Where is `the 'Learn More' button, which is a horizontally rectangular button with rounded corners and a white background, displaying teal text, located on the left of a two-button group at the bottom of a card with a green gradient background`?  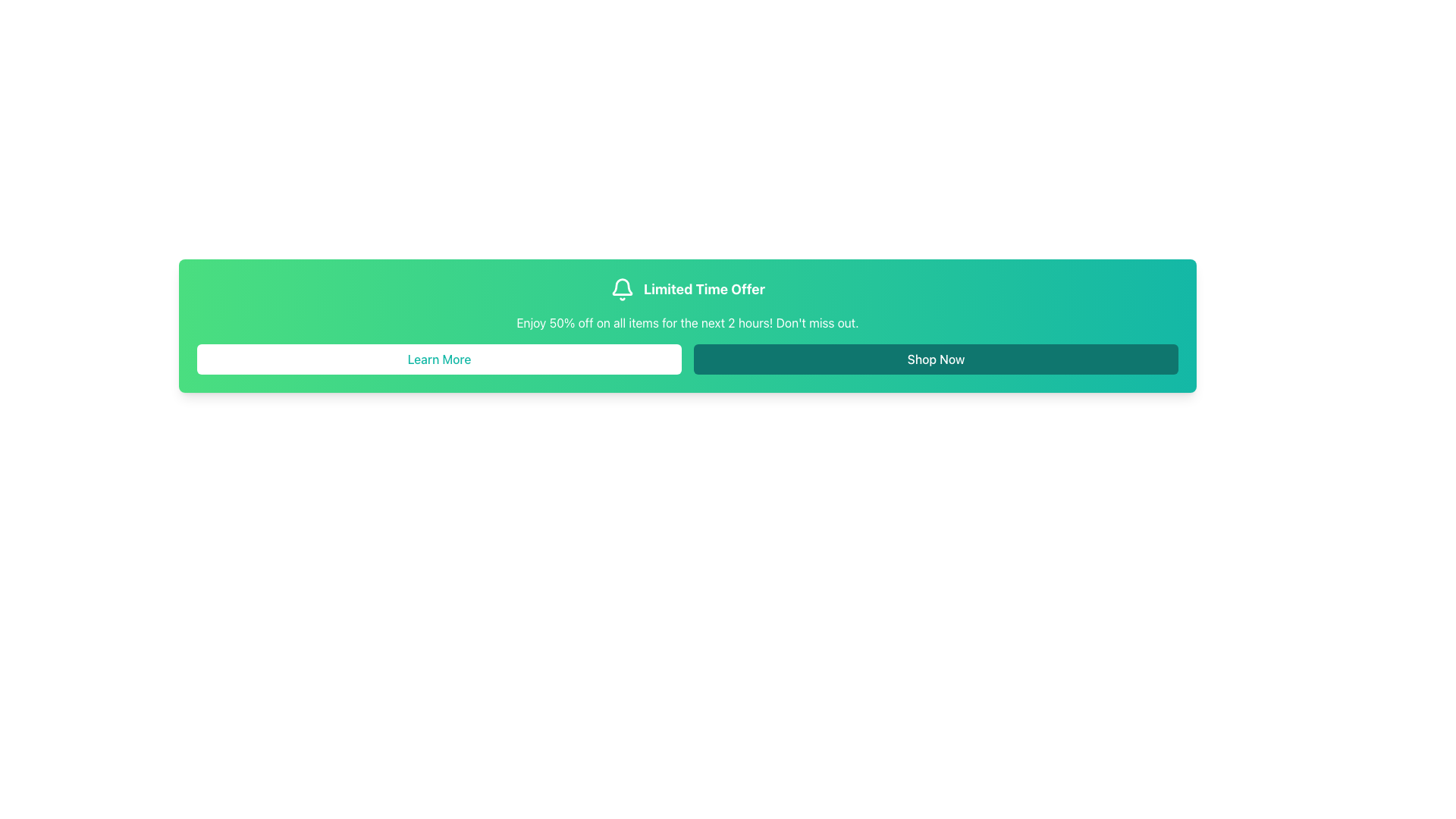 the 'Learn More' button, which is a horizontally rectangular button with rounded corners and a white background, displaying teal text, located on the left of a two-button group at the bottom of a card with a green gradient background is located at coordinates (438, 359).